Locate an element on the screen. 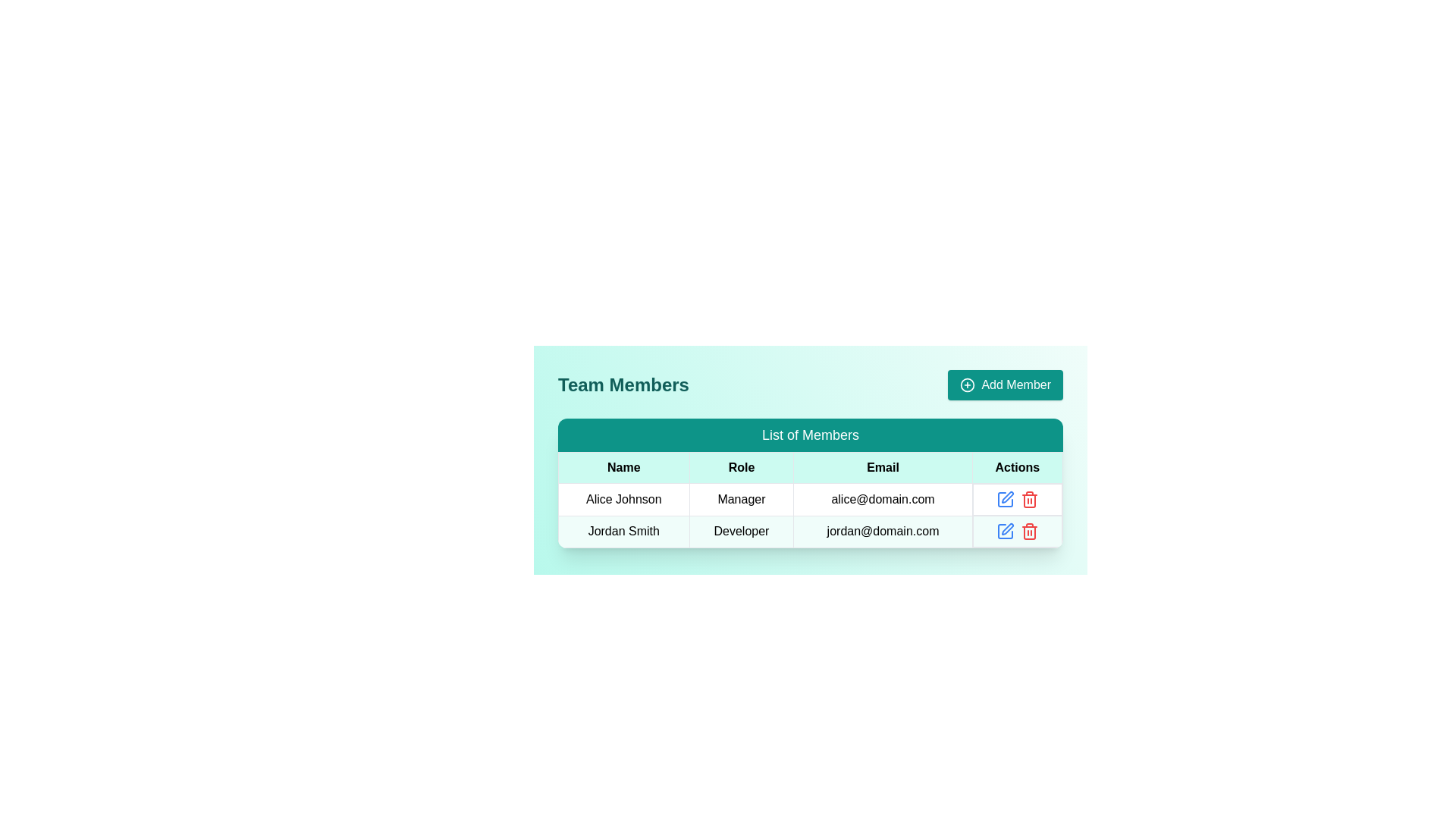 The width and height of the screenshot is (1456, 819). text displayed in the email address cell 'jordan@domain.com', located in the third column of the second row of the 'Team Members' table is located at coordinates (883, 531).